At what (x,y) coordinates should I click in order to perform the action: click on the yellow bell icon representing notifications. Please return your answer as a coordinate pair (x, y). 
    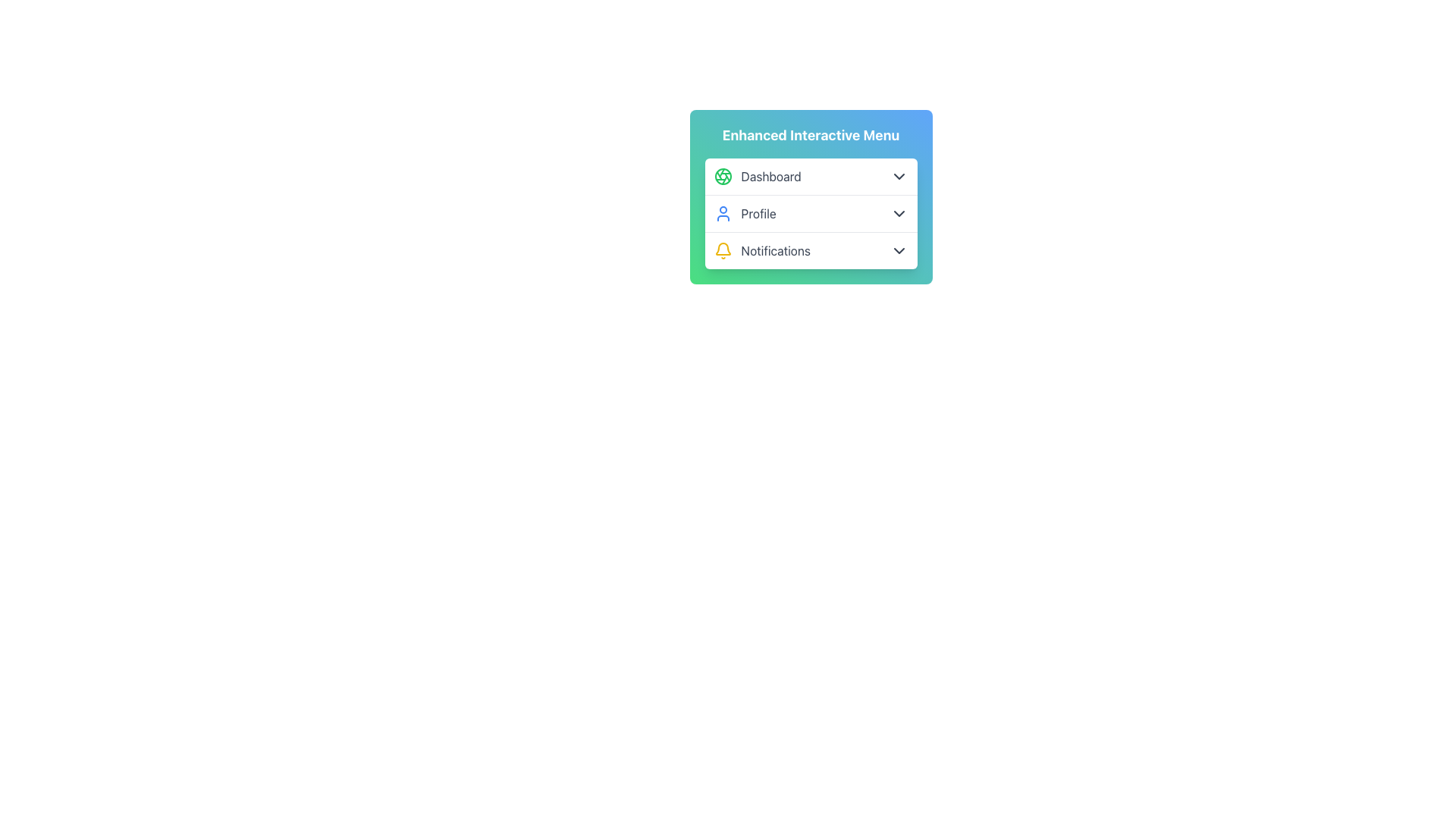
    Looking at the image, I should click on (722, 250).